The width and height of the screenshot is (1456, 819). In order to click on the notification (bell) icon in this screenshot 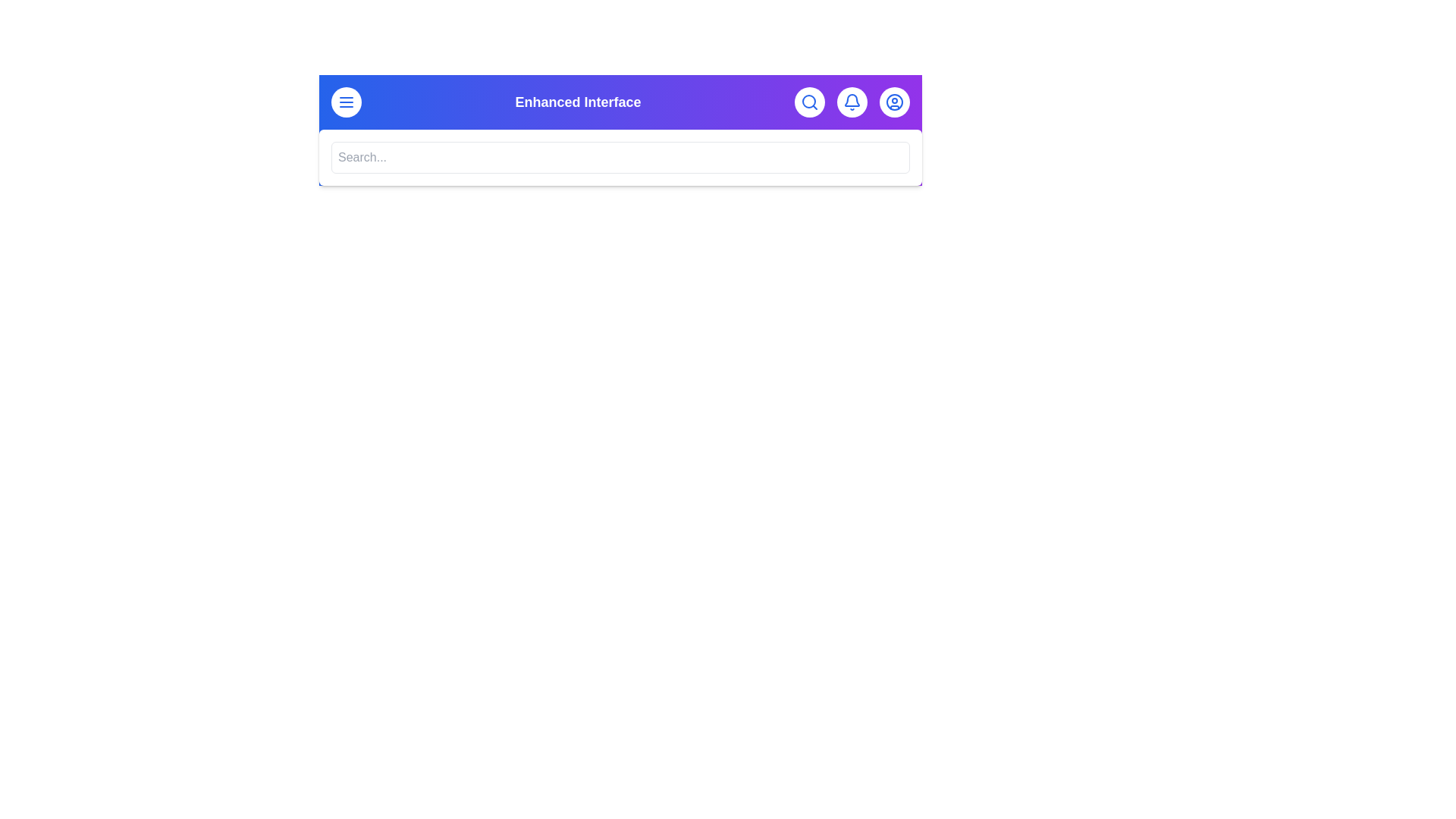, I will do `click(852, 102)`.